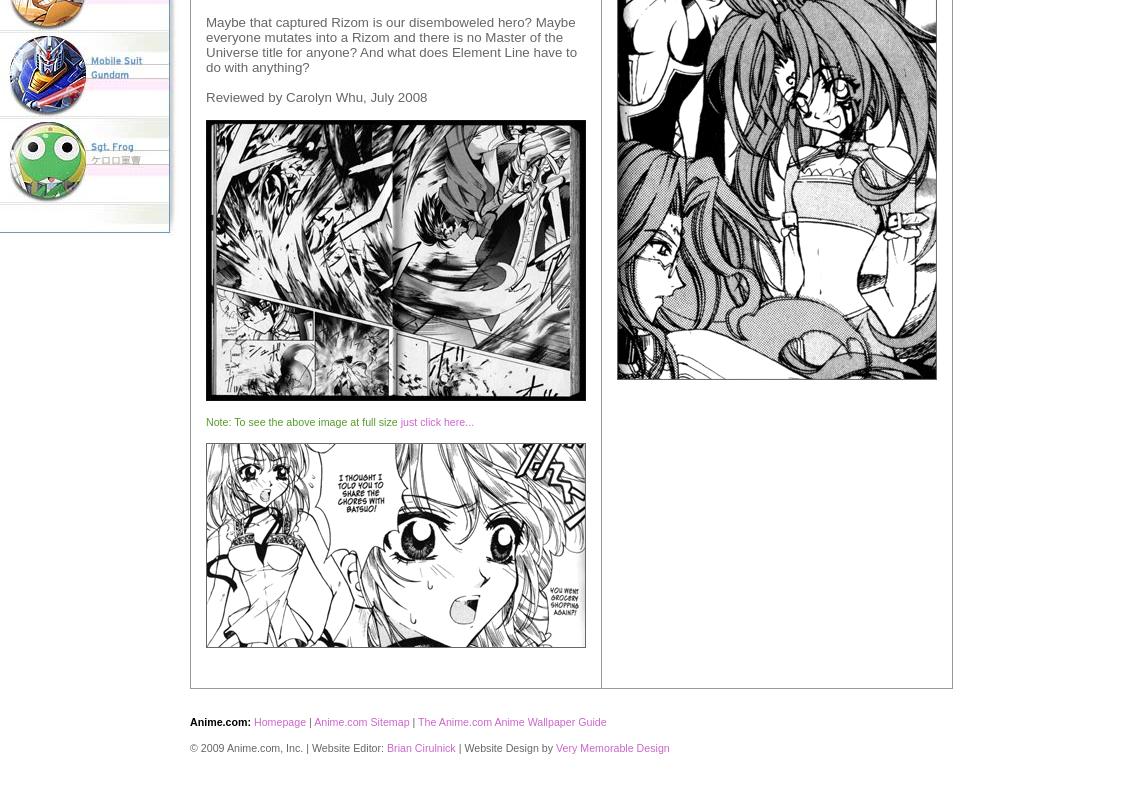  What do you see at coordinates (504, 748) in the screenshot?
I see `'| Website Design by'` at bounding box center [504, 748].